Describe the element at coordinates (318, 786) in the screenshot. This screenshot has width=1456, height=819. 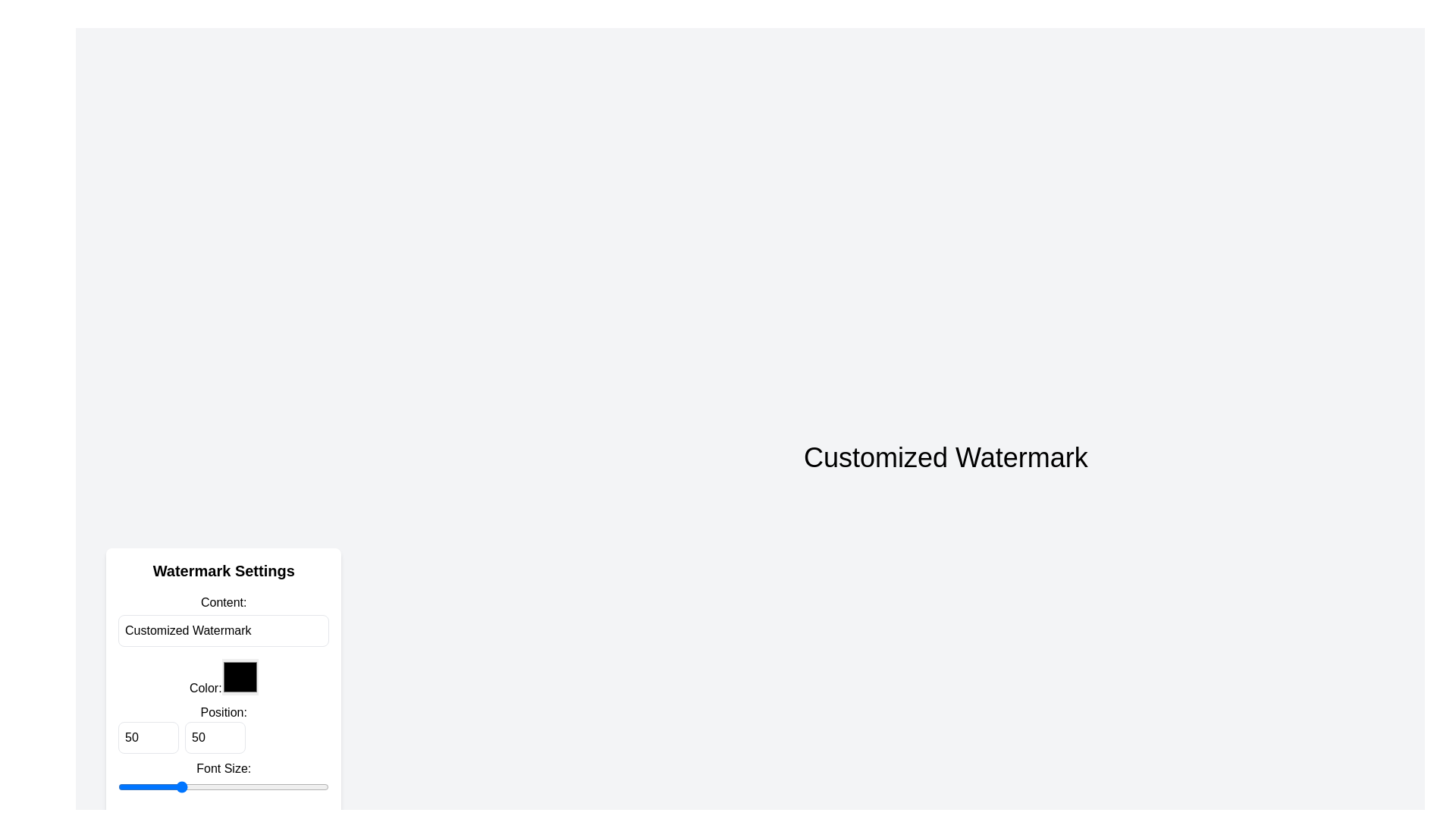
I see `the font size` at that location.